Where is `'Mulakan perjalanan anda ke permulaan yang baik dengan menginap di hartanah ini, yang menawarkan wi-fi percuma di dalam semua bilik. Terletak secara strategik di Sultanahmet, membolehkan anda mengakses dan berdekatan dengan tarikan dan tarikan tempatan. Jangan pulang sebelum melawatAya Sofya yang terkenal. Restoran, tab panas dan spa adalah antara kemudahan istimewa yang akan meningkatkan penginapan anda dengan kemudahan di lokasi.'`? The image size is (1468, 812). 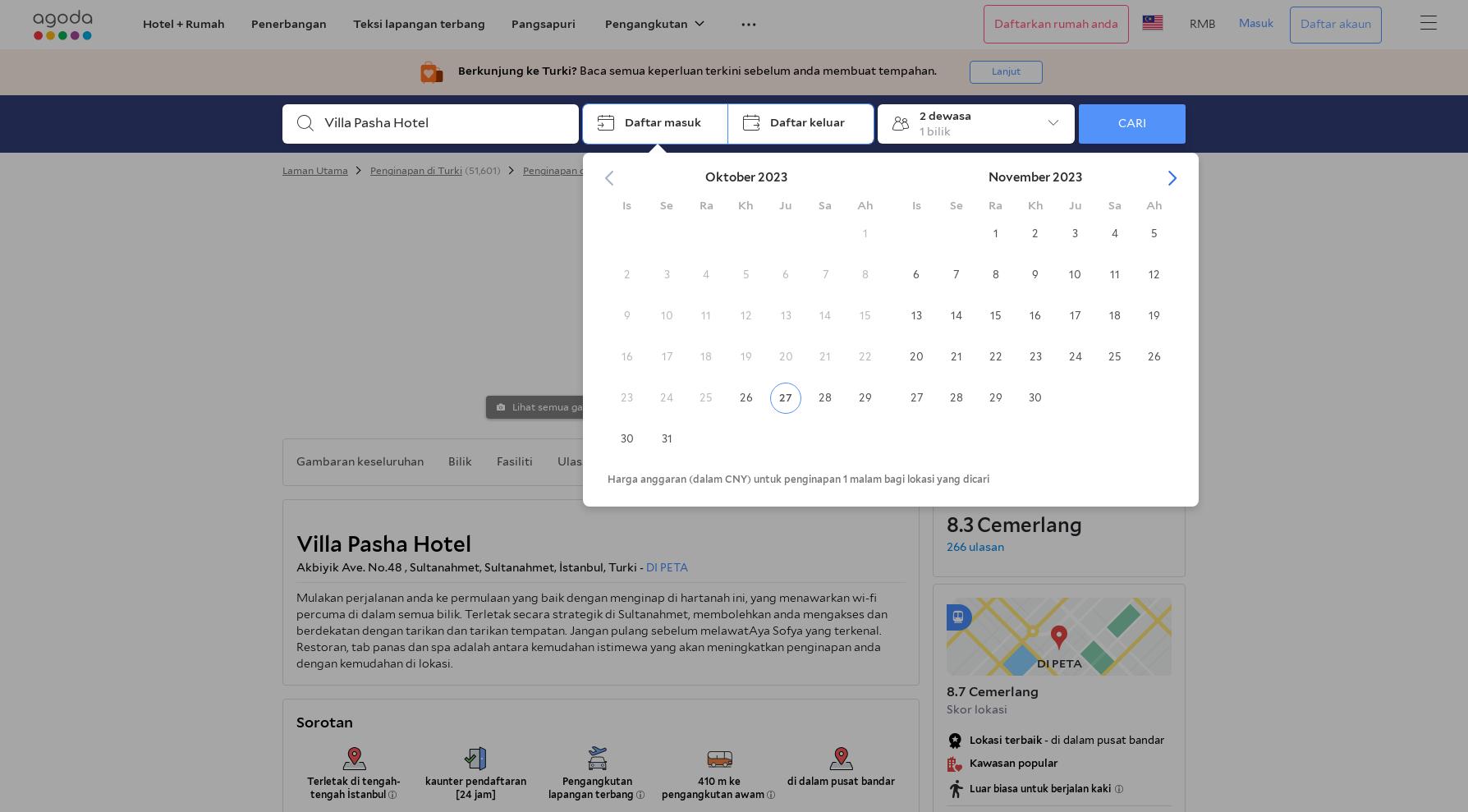 'Mulakan perjalanan anda ke permulaan yang baik dengan menginap di hartanah ini, yang menawarkan wi-fi percuma di dalam semua bilik. Terletak secara strategik di Sultanahmet, membolehkan anda mengakses dan berdekatan dengan tarikan dan tarikan tempatan. Jangan pulang sebelum melawatAya Sofya yang terkenal. Restoran, tab panas dan spa adalah antara kemudahan istimewa yang akan meningkatkan penginapan anda dengan kemudahan di lokasi.' is located at coordinates (590, 630).